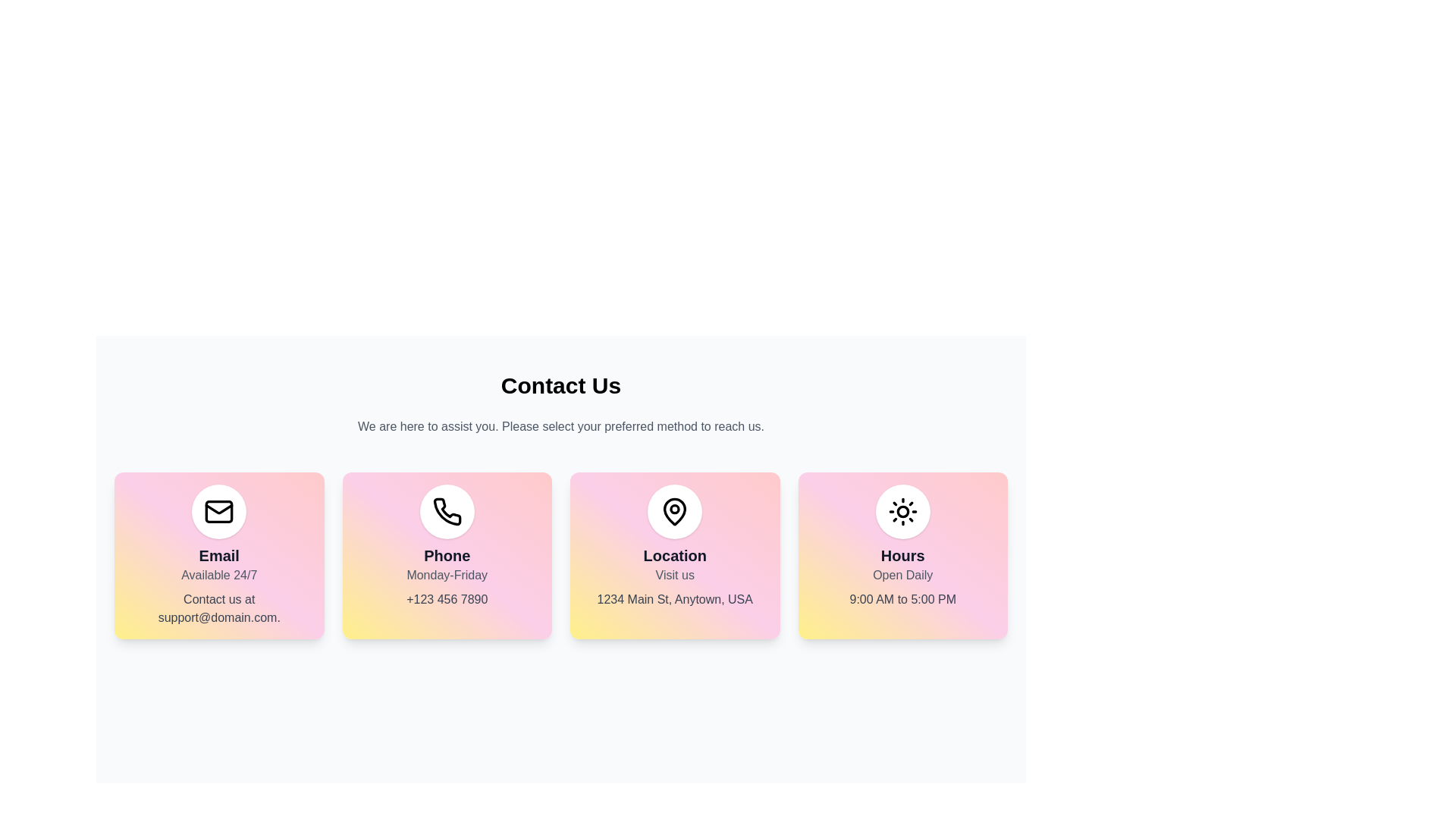 Image resolution: width=1456 pixels, height=819 pixels. What do you see at coordinates (902, 512) in the screenshot?
I see `properties of the SVG Circle representing the sun's core in the 'Hours' card located at the top-right corner of the interface` at bounding box center [902, 512].